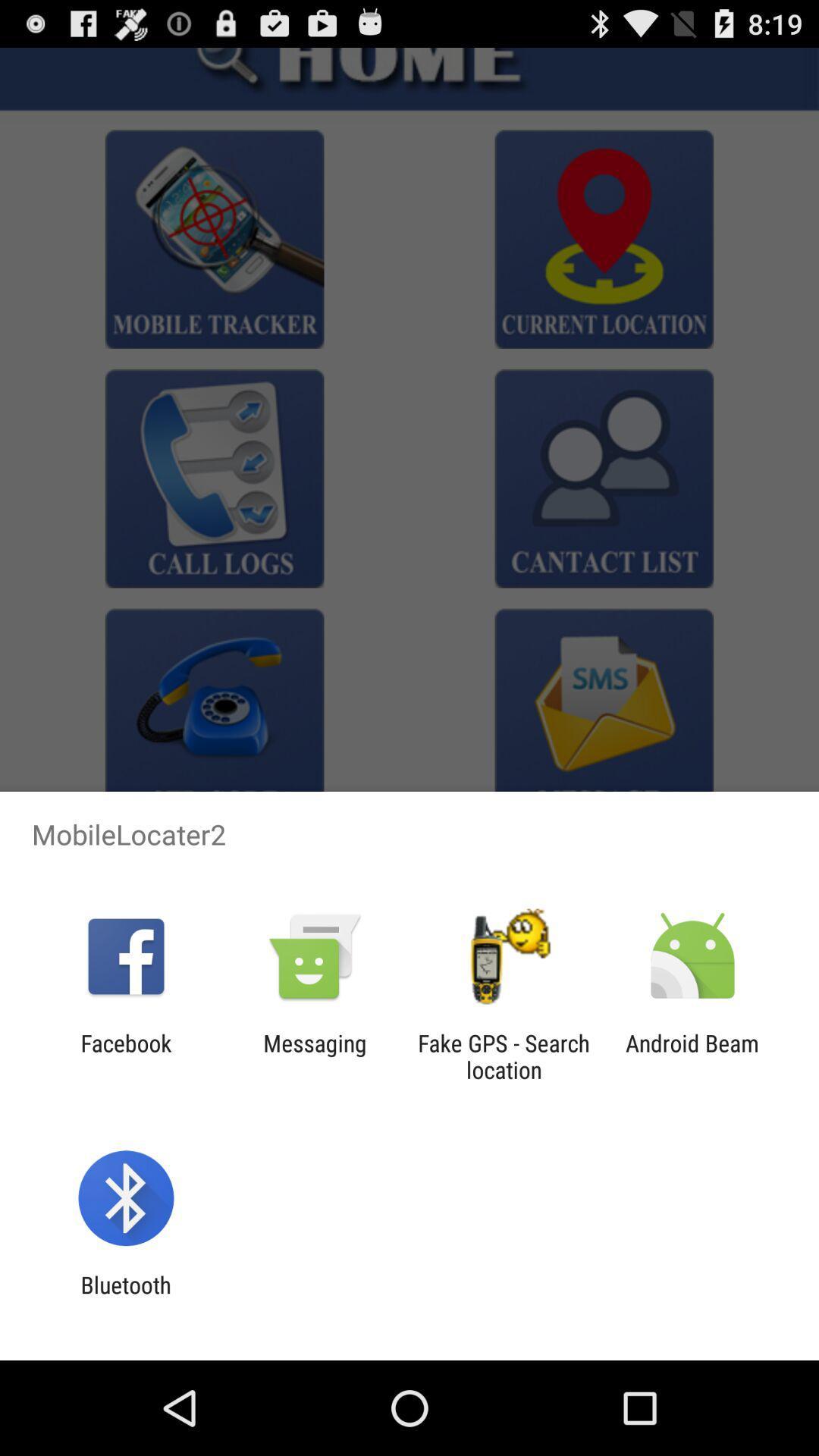 The width and height of the screenshot is (819, 1456). Describe the element at coordinates (314, 1056) in the screenshot. I see `item to the right of the facebook icon` at that location.